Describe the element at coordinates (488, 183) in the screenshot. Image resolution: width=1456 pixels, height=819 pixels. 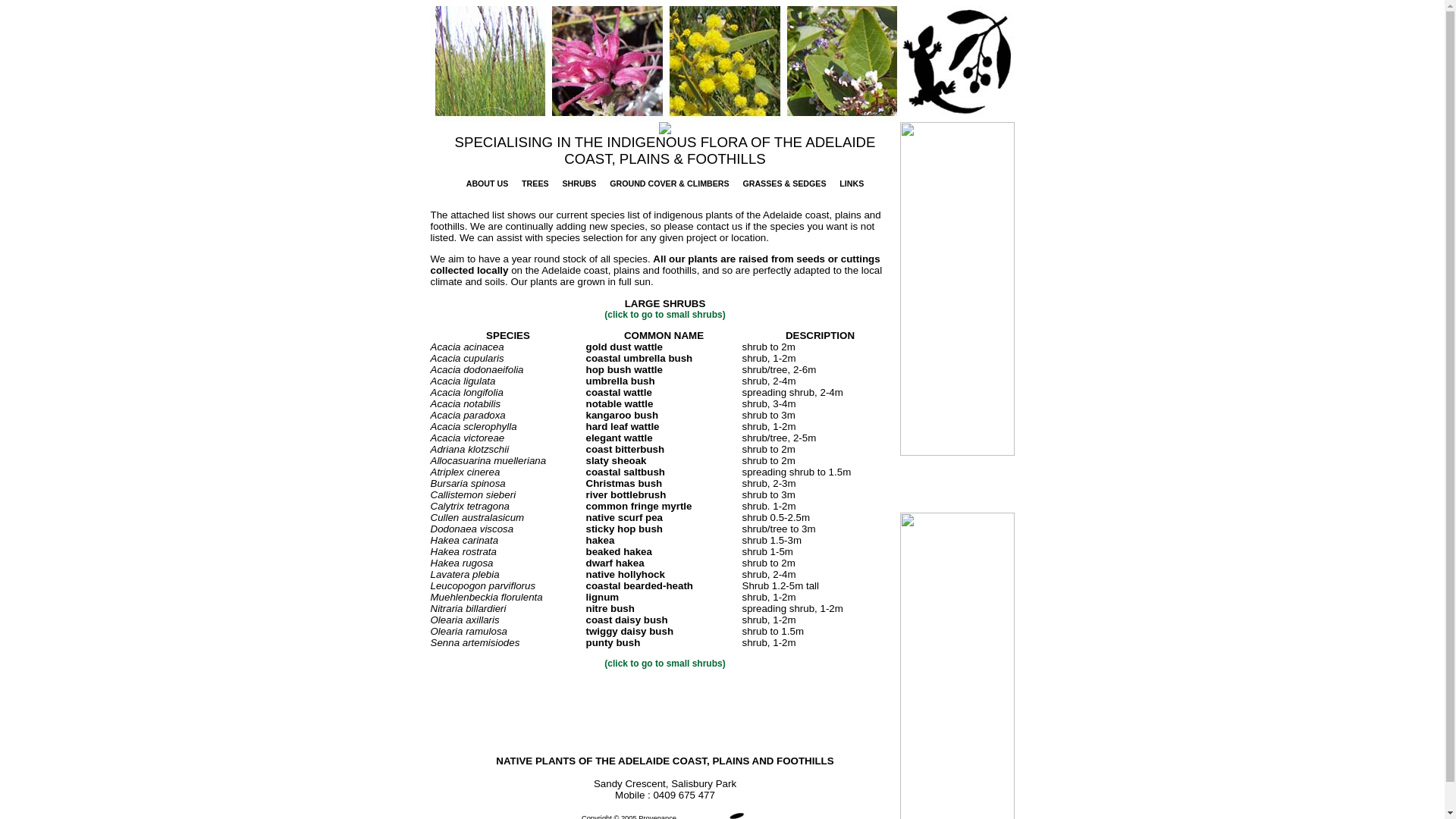
I see `'ABOUT US'` at that location.